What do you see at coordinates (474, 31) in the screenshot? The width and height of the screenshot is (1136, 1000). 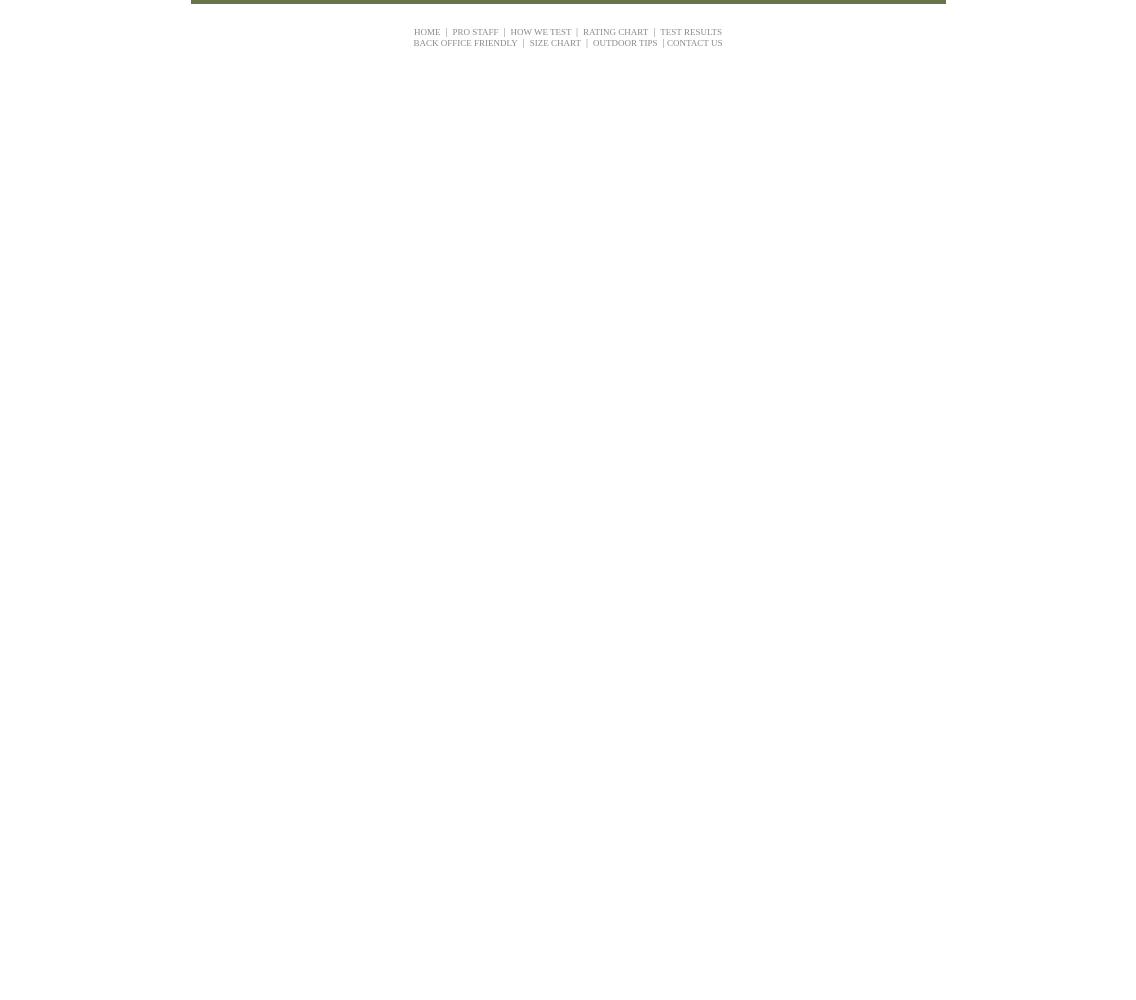 I see `'PRO STAFF'` at bounding box center [474, 31].